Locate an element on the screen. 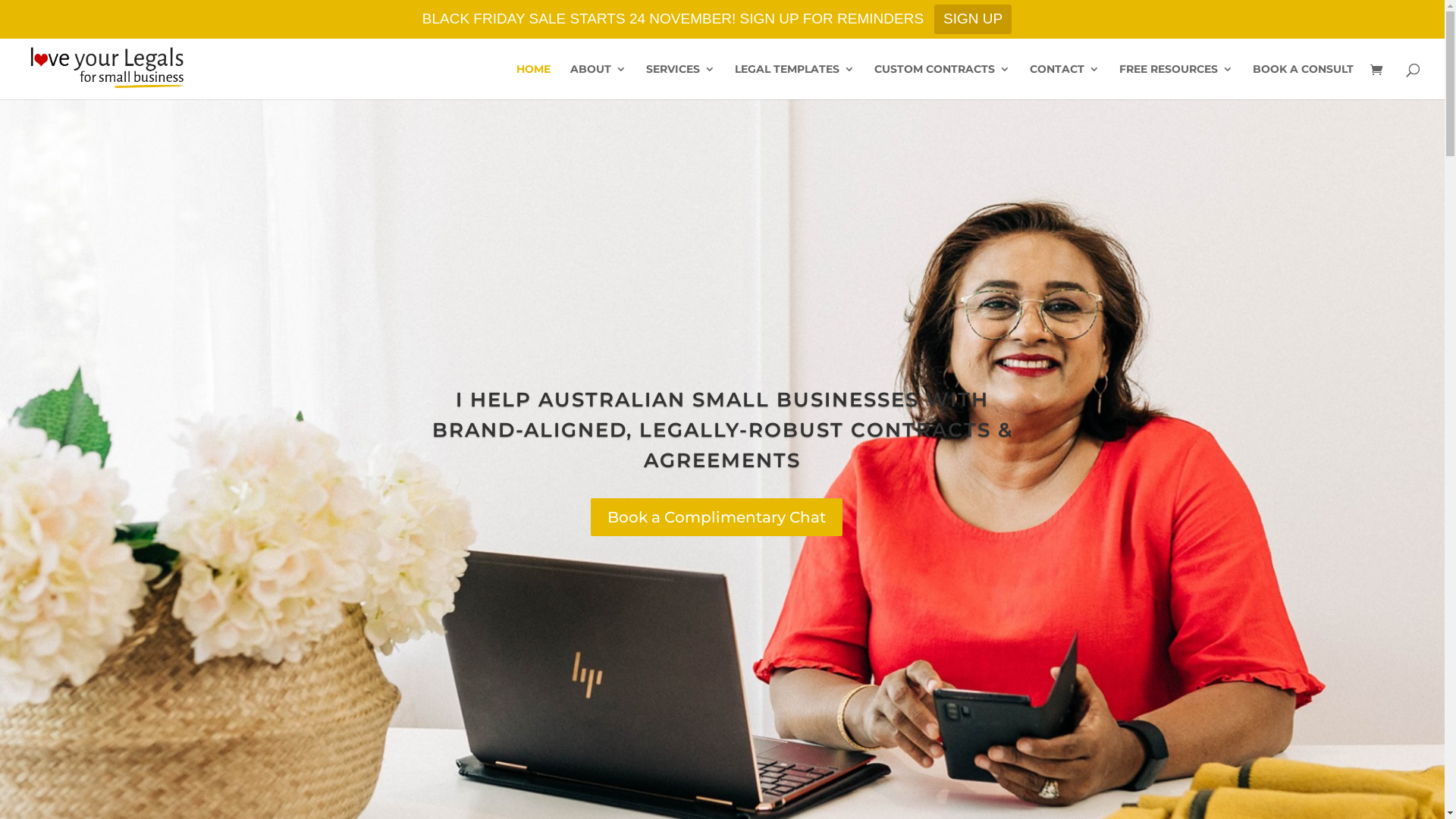 The width and height of the screenshot is (1456, 819). 'SERVICES' is located at coordinates (679, 81).